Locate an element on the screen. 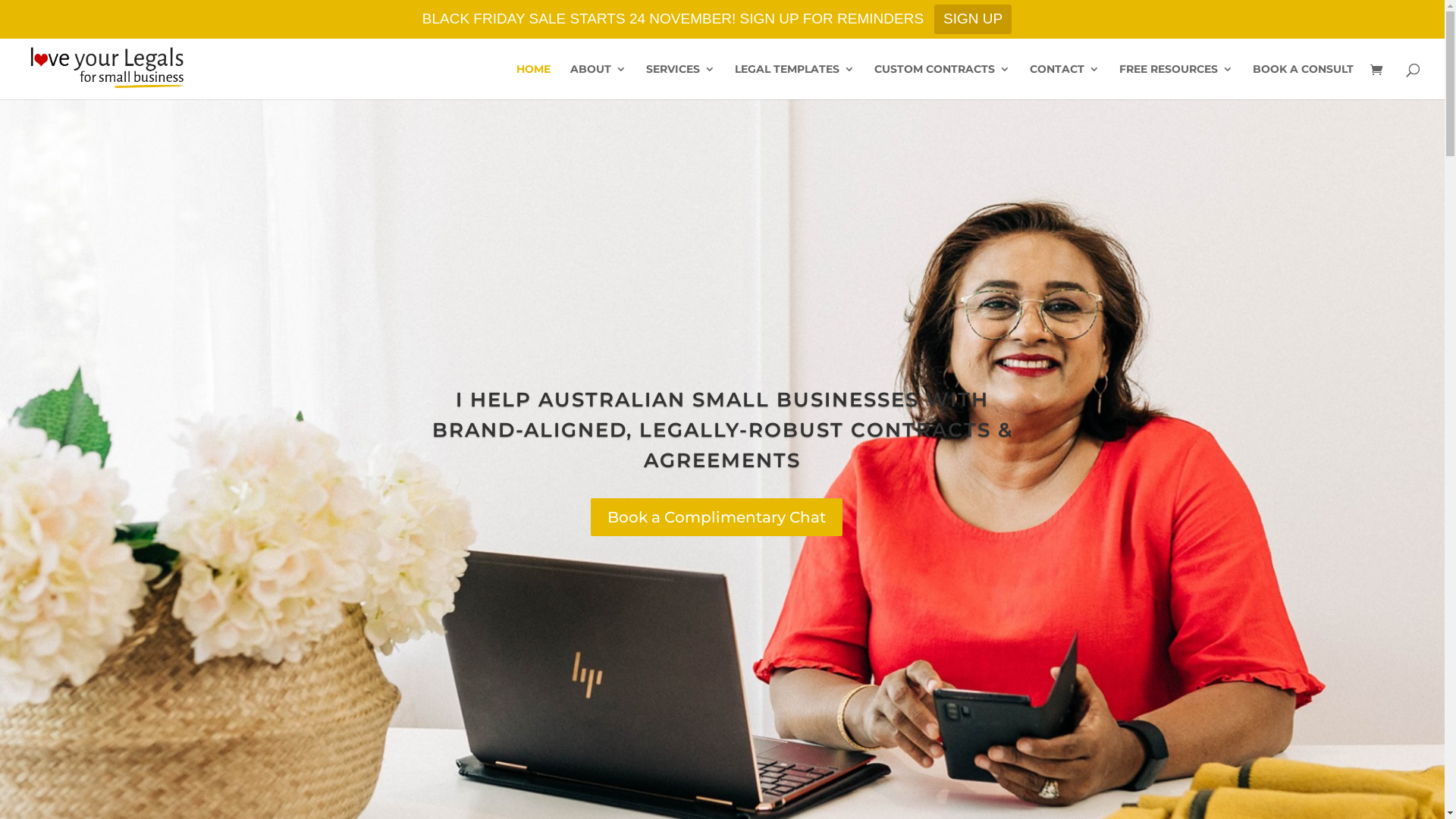 The width and height of the screenshot is (1456, 819). 'SERVICES' is located at coordinates (679, 81).